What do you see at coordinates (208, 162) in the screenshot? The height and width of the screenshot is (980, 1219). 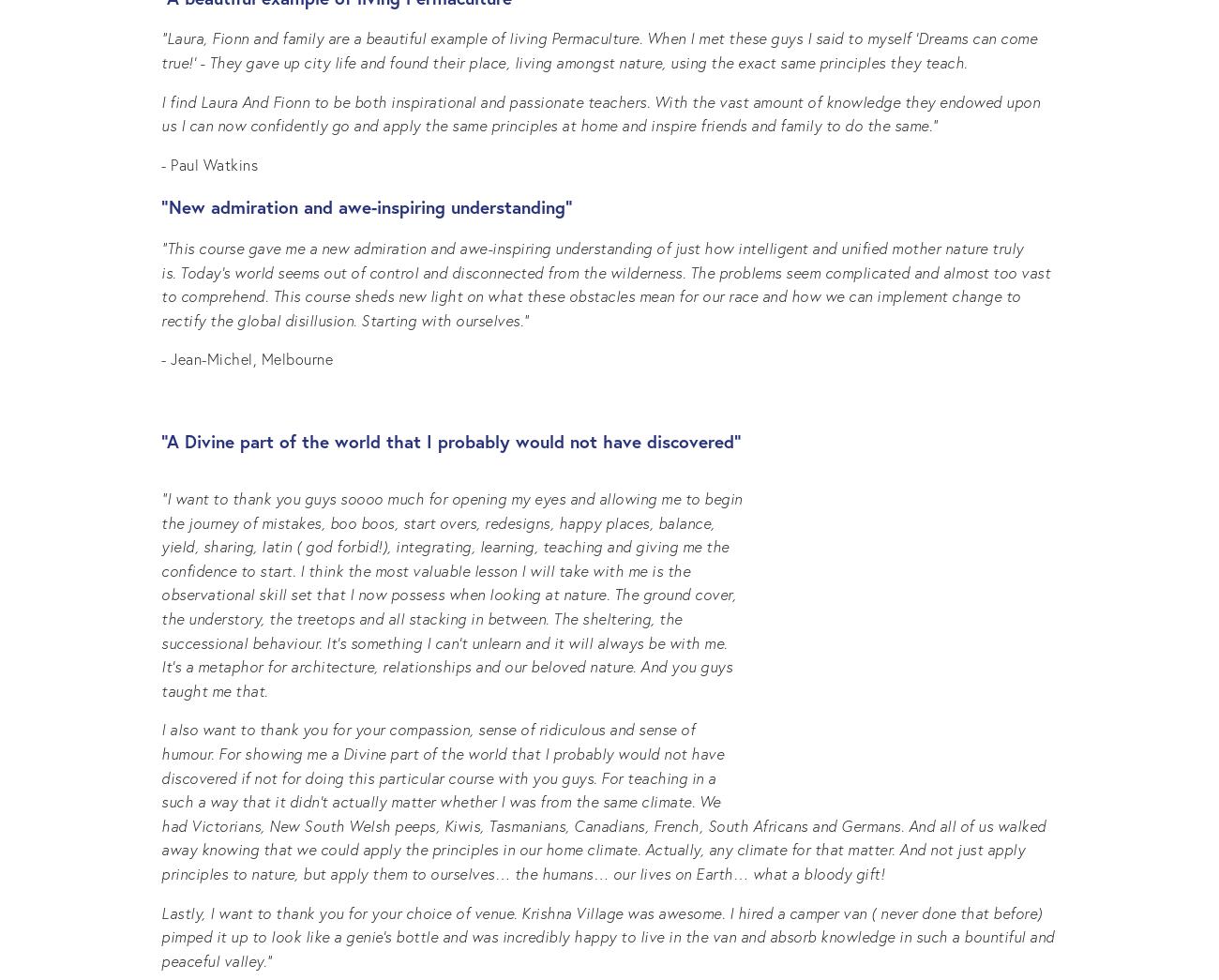 I see `'- Paul Watkins'` at bounding box center [208, 162].